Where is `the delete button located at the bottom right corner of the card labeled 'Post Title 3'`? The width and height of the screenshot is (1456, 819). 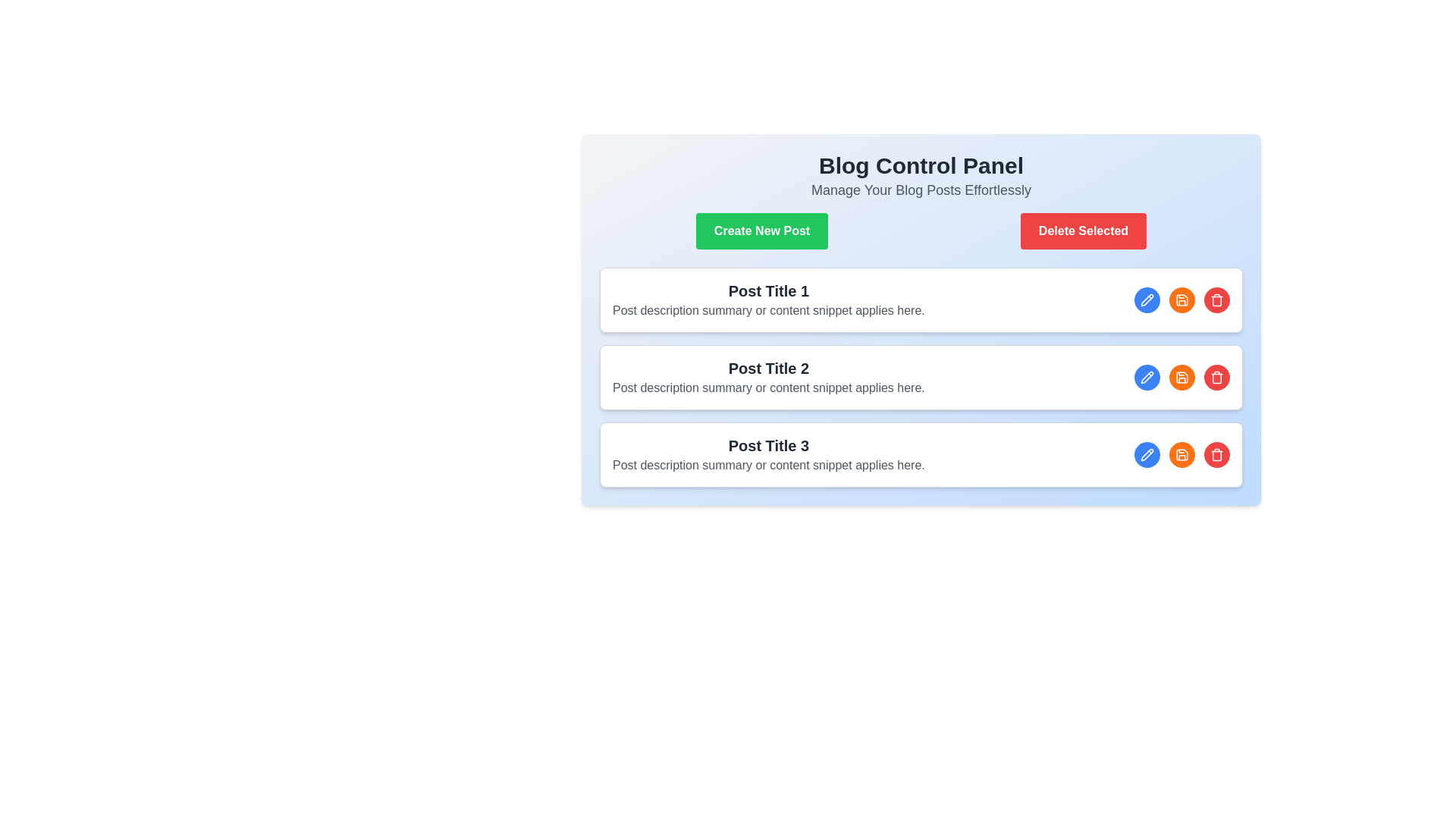
the delete button located at the bottom right corner of the card labeled 'Post Title 3' is located at coordinates (1216, 376).